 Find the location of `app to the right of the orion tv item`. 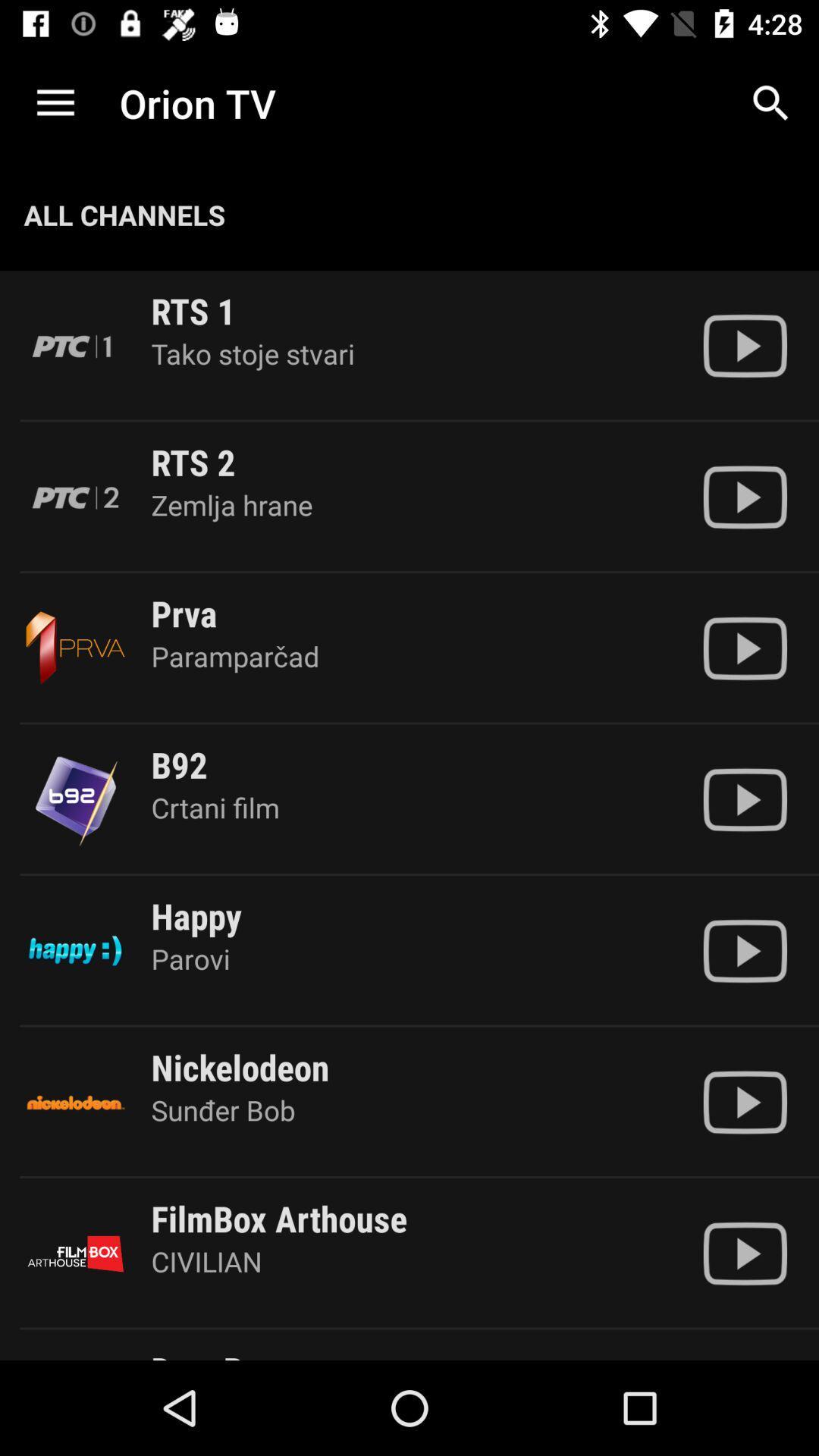

app to the right of the orion tv item is located at coordinates (771, 102).